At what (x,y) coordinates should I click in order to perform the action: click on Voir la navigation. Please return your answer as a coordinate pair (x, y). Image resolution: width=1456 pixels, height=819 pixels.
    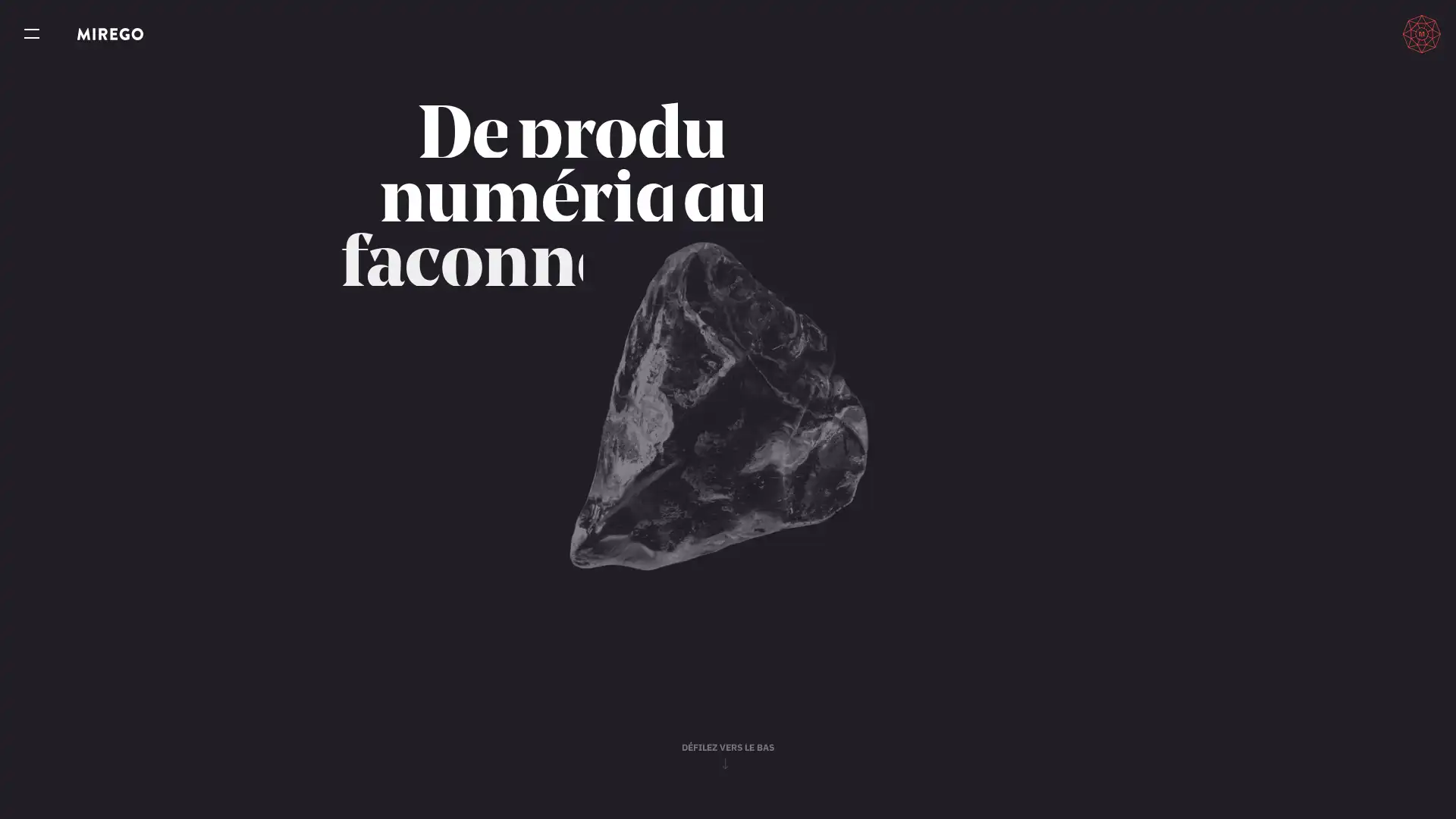
    Looking at the image, I should click on (32, 34).